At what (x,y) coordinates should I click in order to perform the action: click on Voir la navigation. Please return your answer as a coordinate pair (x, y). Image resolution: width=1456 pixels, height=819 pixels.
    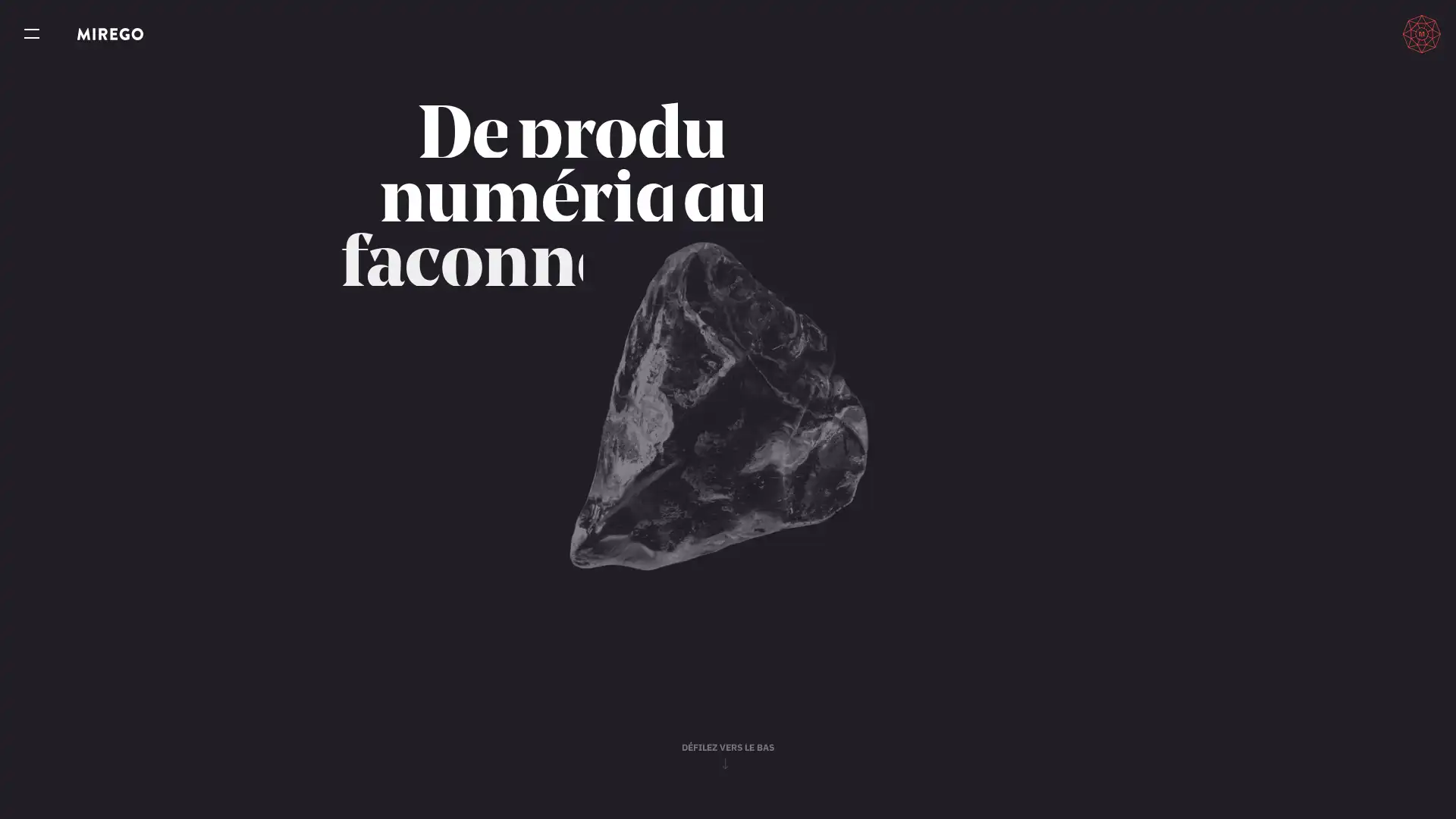
    Looking at the image, I should click on (32, 34).